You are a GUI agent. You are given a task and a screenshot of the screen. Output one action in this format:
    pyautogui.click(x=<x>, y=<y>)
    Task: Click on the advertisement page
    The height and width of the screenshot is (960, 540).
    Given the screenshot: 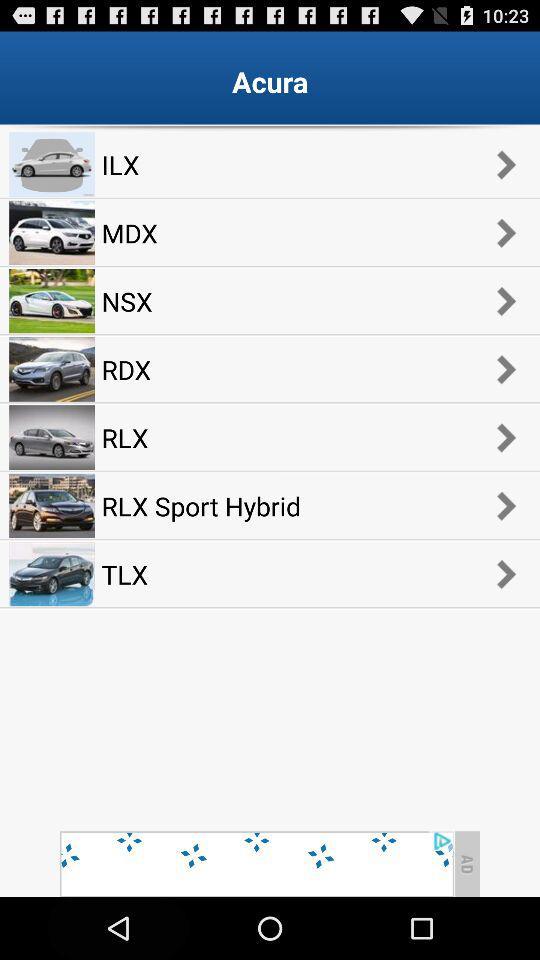 What is the action you would take?
    pyautogui.click(x=256, y=863)
    